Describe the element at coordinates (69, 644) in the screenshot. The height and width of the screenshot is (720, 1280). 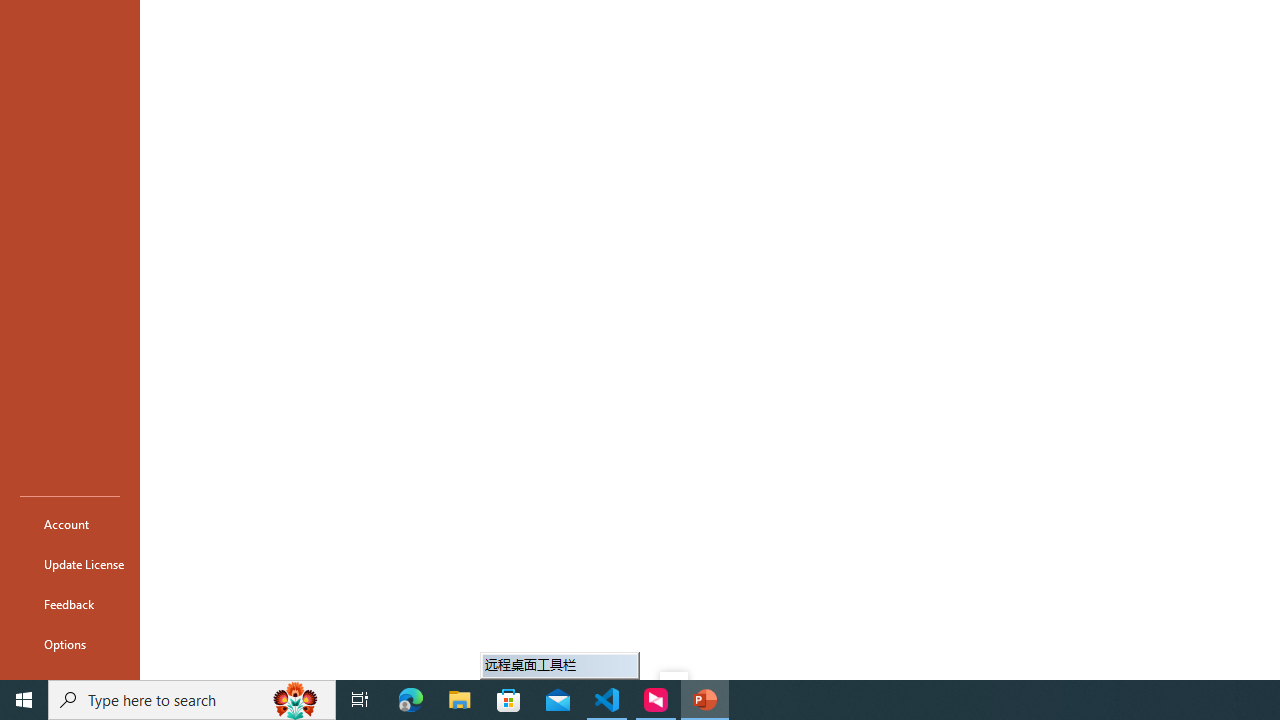
I see `'Options'` at that location.